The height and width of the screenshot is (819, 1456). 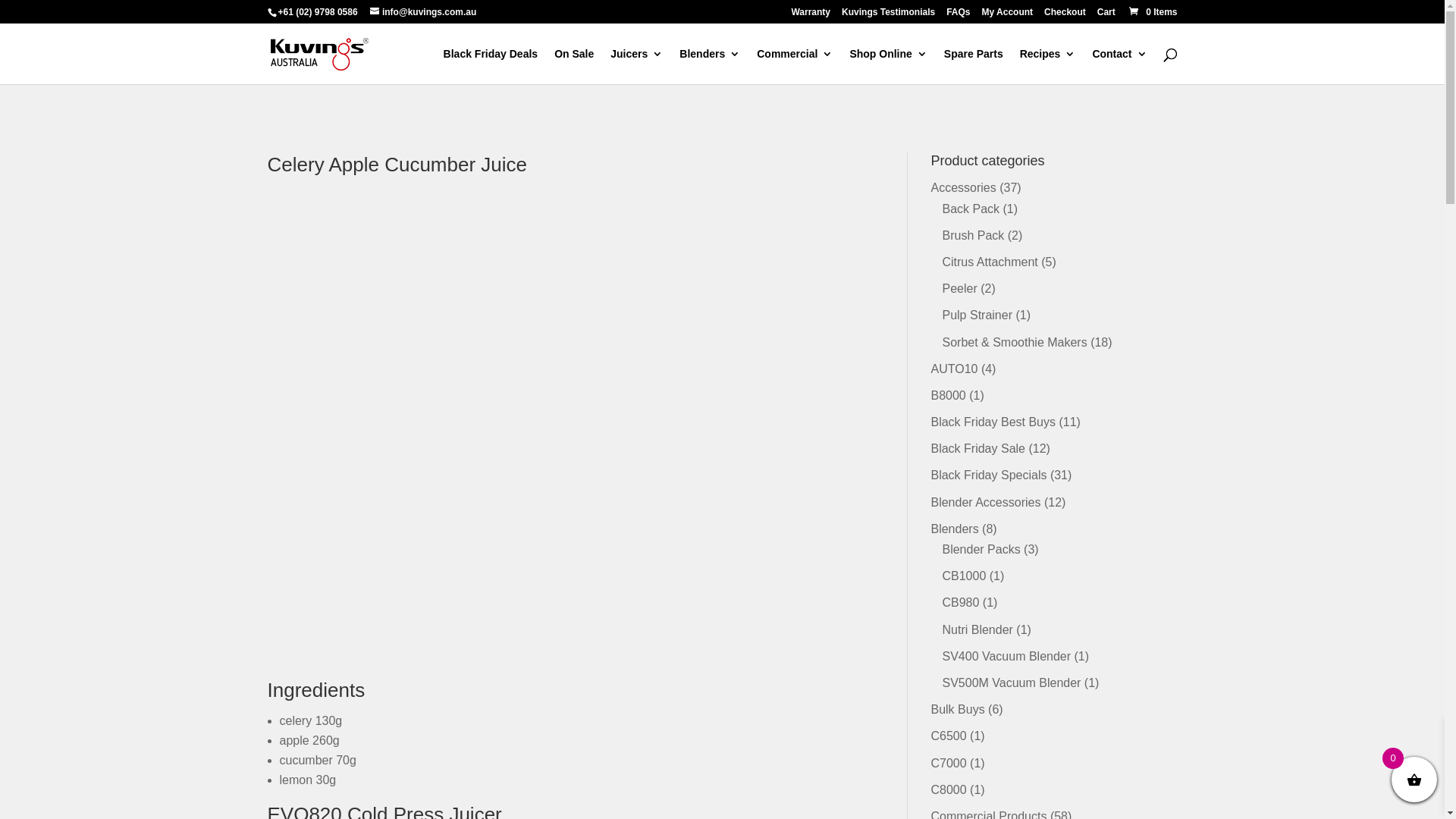 What do you see at coordinates (963, 576) in the screenshot?
I see `'CB1000'` at bounding box center [963, 576].